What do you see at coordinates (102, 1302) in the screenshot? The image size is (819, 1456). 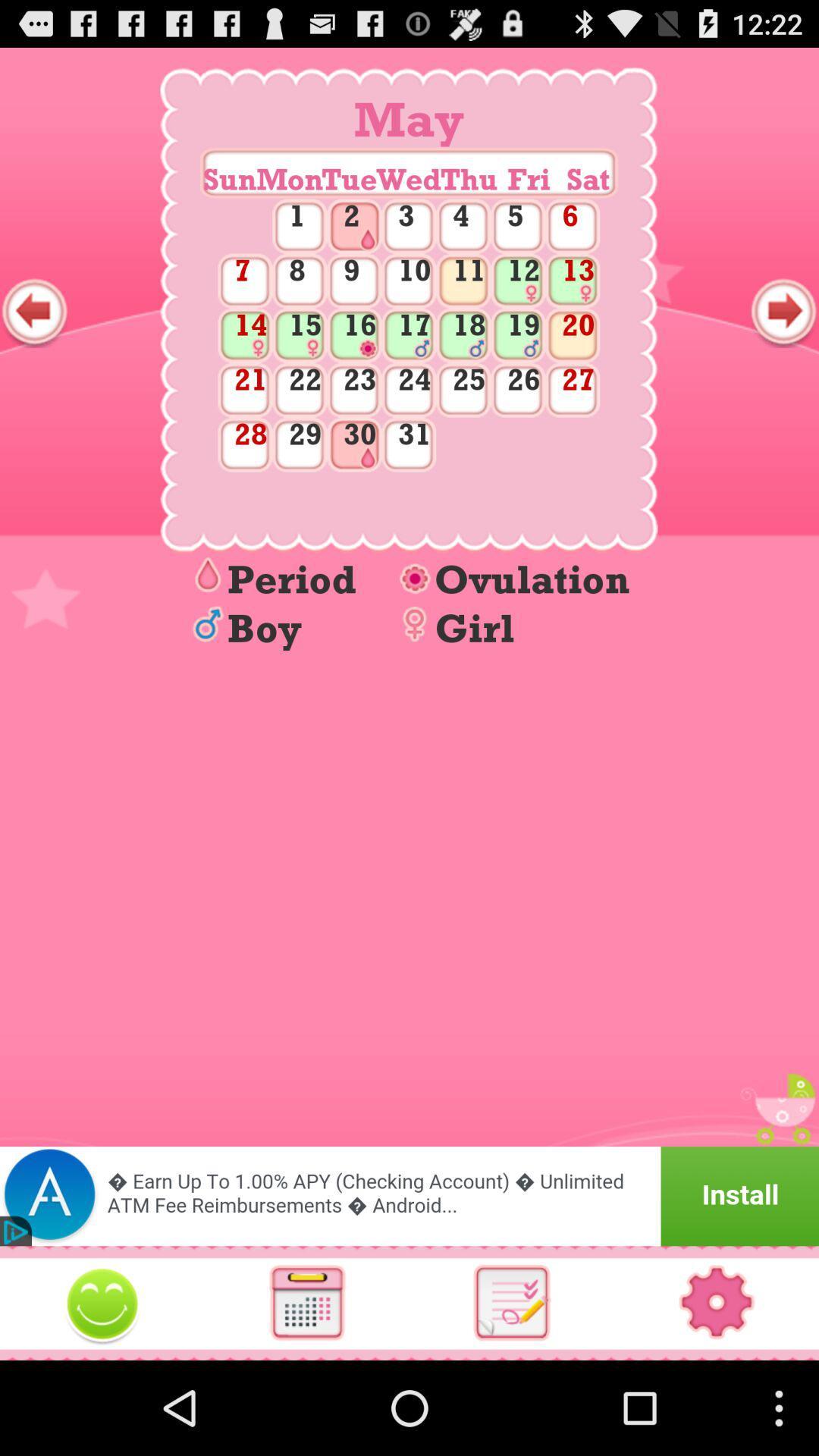 I see `the image are good` at bounding box center [102, 1302].